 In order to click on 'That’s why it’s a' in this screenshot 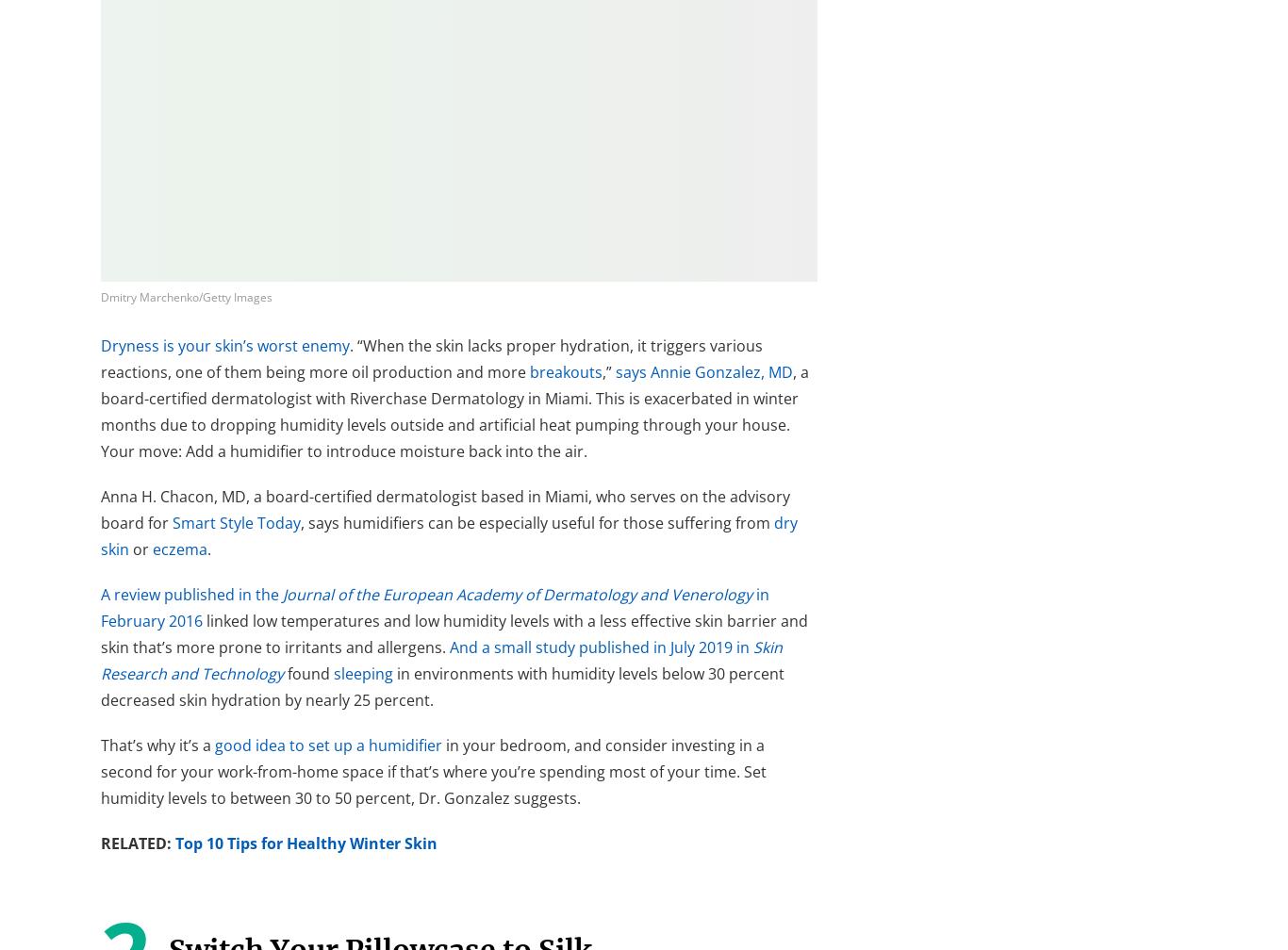, I will do `click(157, 745)`.